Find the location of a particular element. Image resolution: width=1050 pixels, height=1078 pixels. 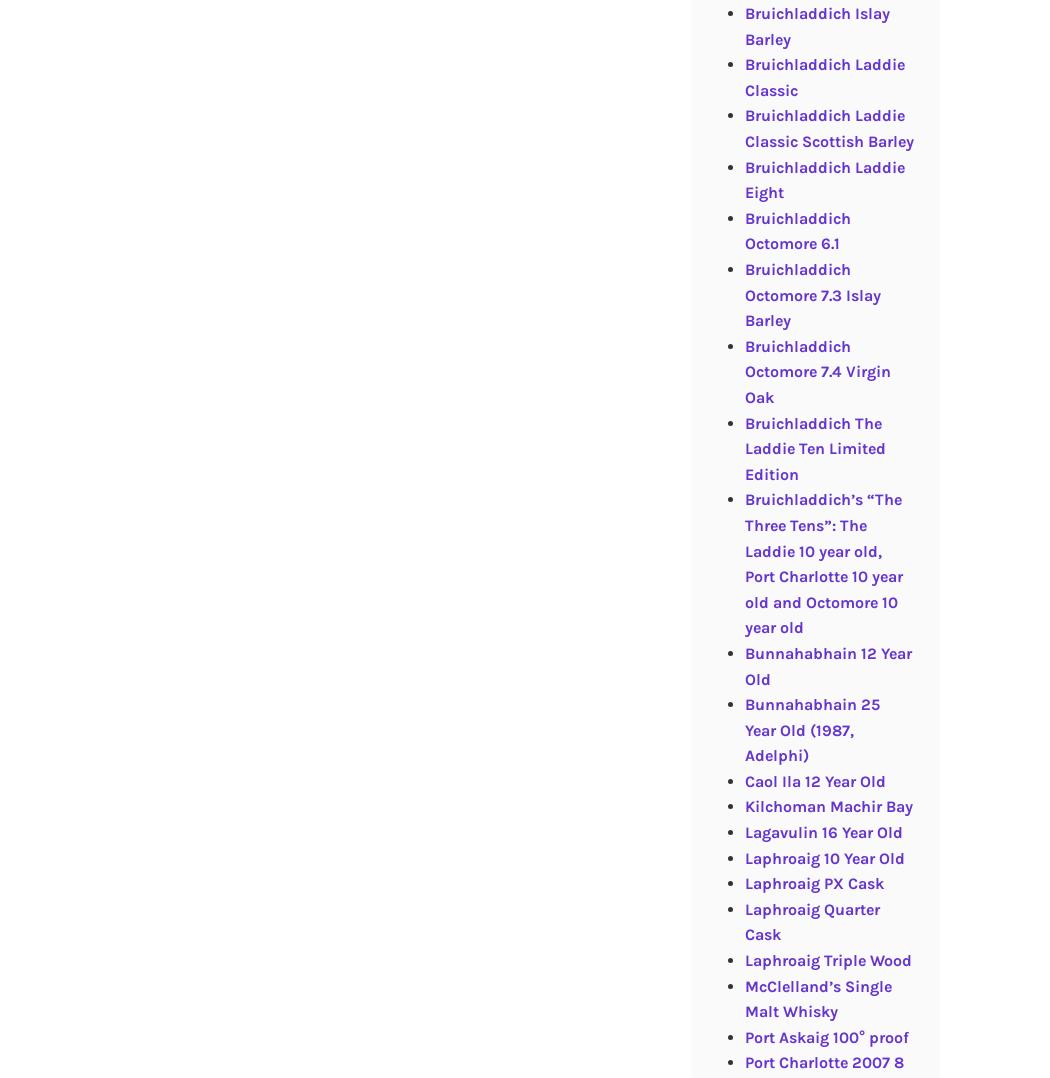

'Bruichladdich Laddie Eight' is located at coordinates (823, 178).